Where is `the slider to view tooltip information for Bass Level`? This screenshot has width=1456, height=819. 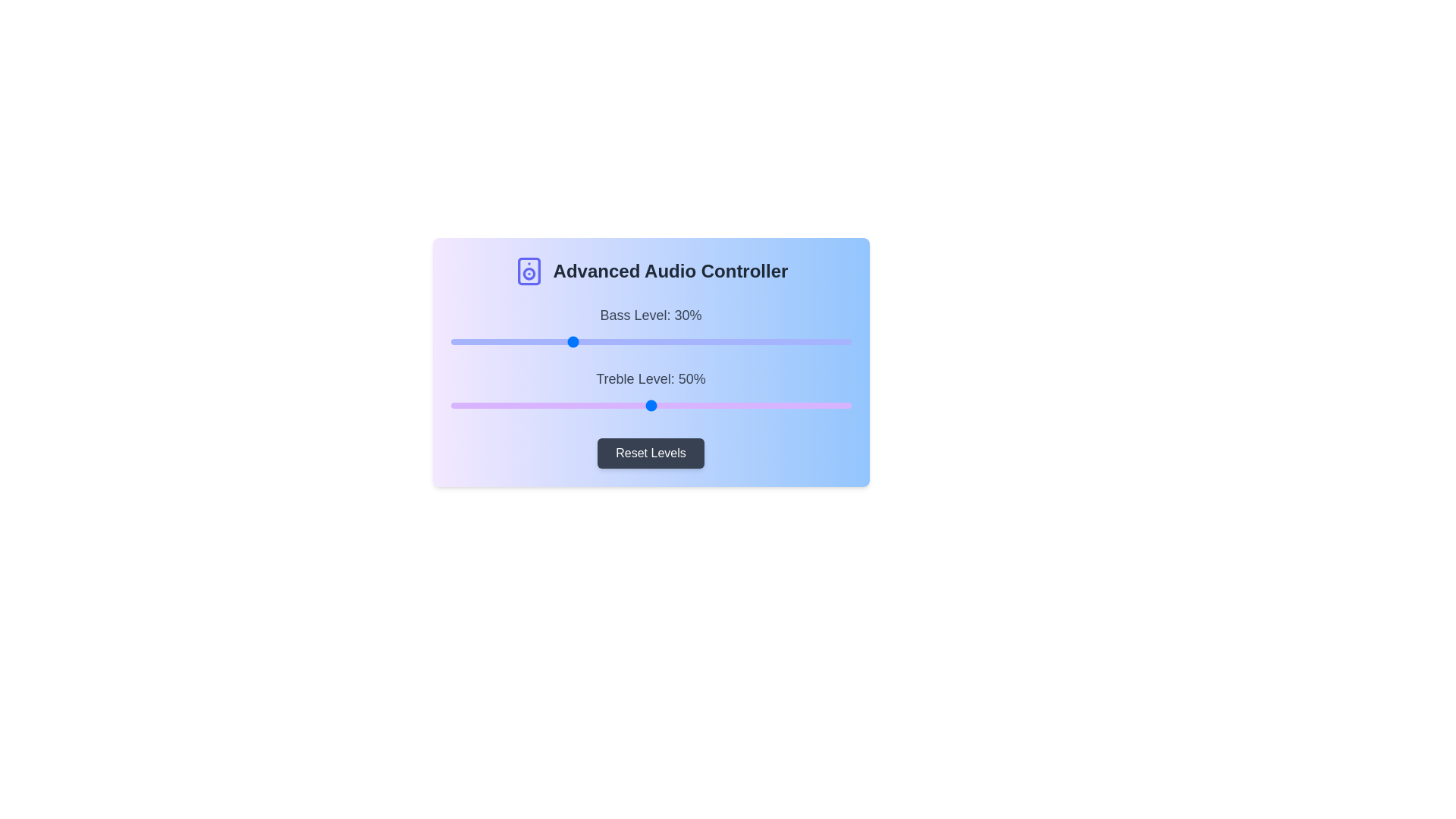 the slider to view tooltip information for Bass Level is located at coordinates (651, 342).